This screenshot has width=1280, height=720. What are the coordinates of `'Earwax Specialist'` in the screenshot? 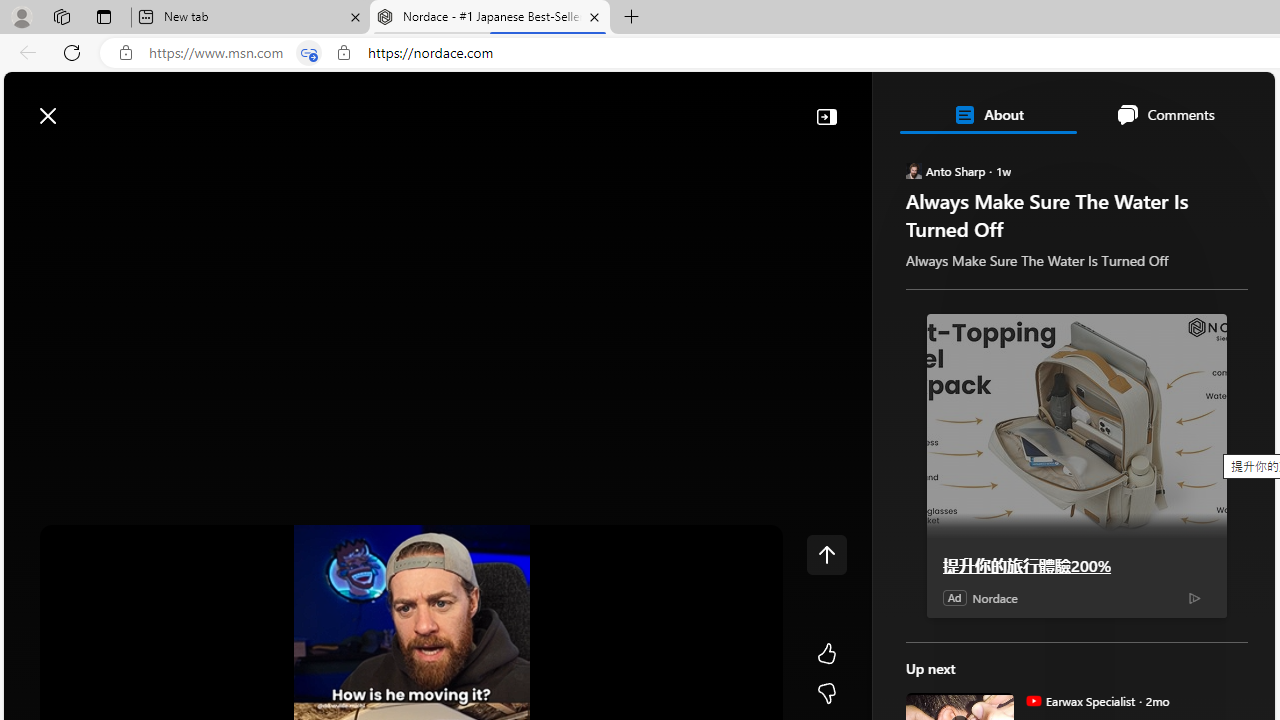 It's located at (1033, 699).